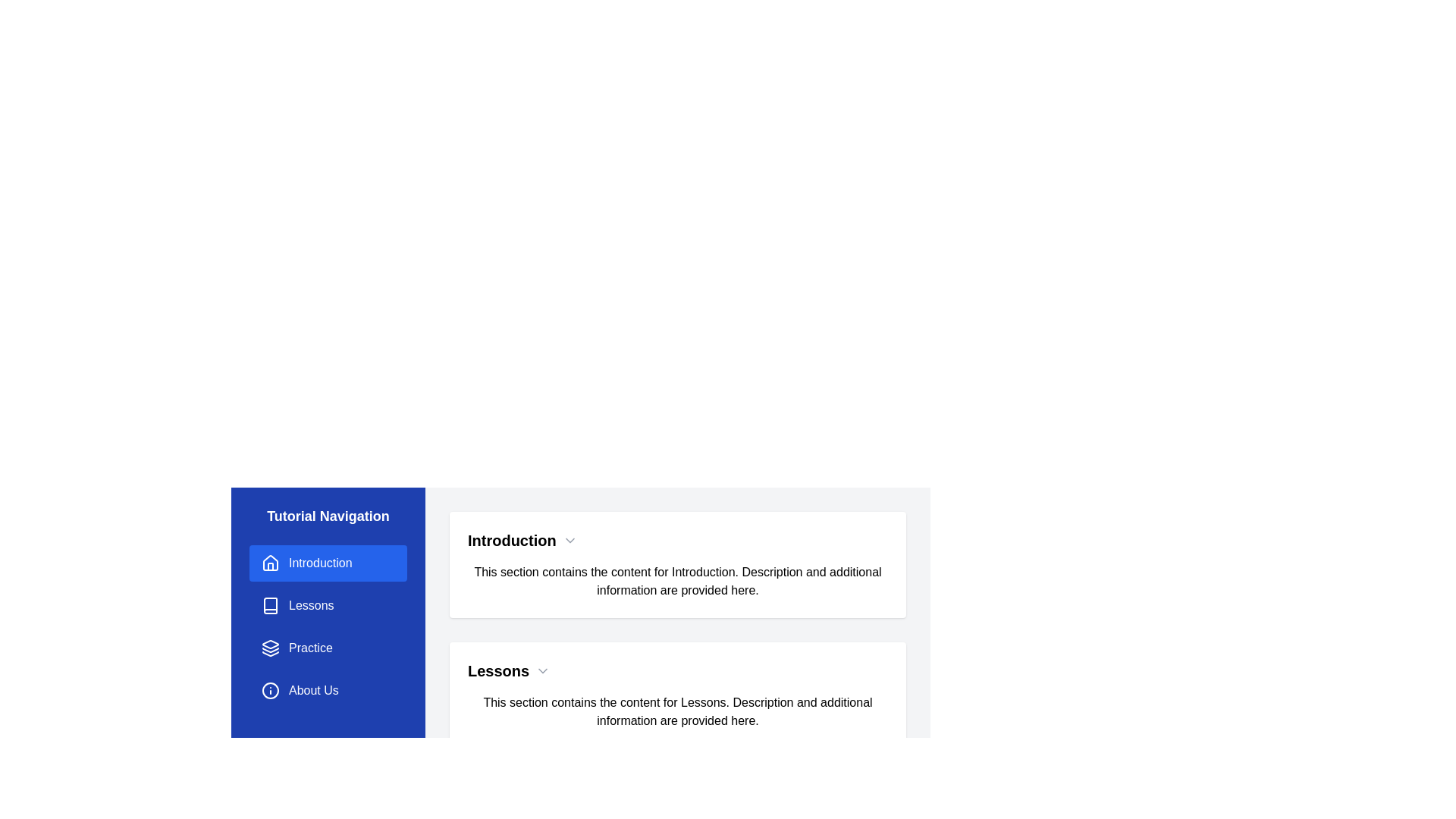  I want to click on the small, downward-pointing chevron icon located at the right end of the heading labeled 'Introduction', so click(569, 540).